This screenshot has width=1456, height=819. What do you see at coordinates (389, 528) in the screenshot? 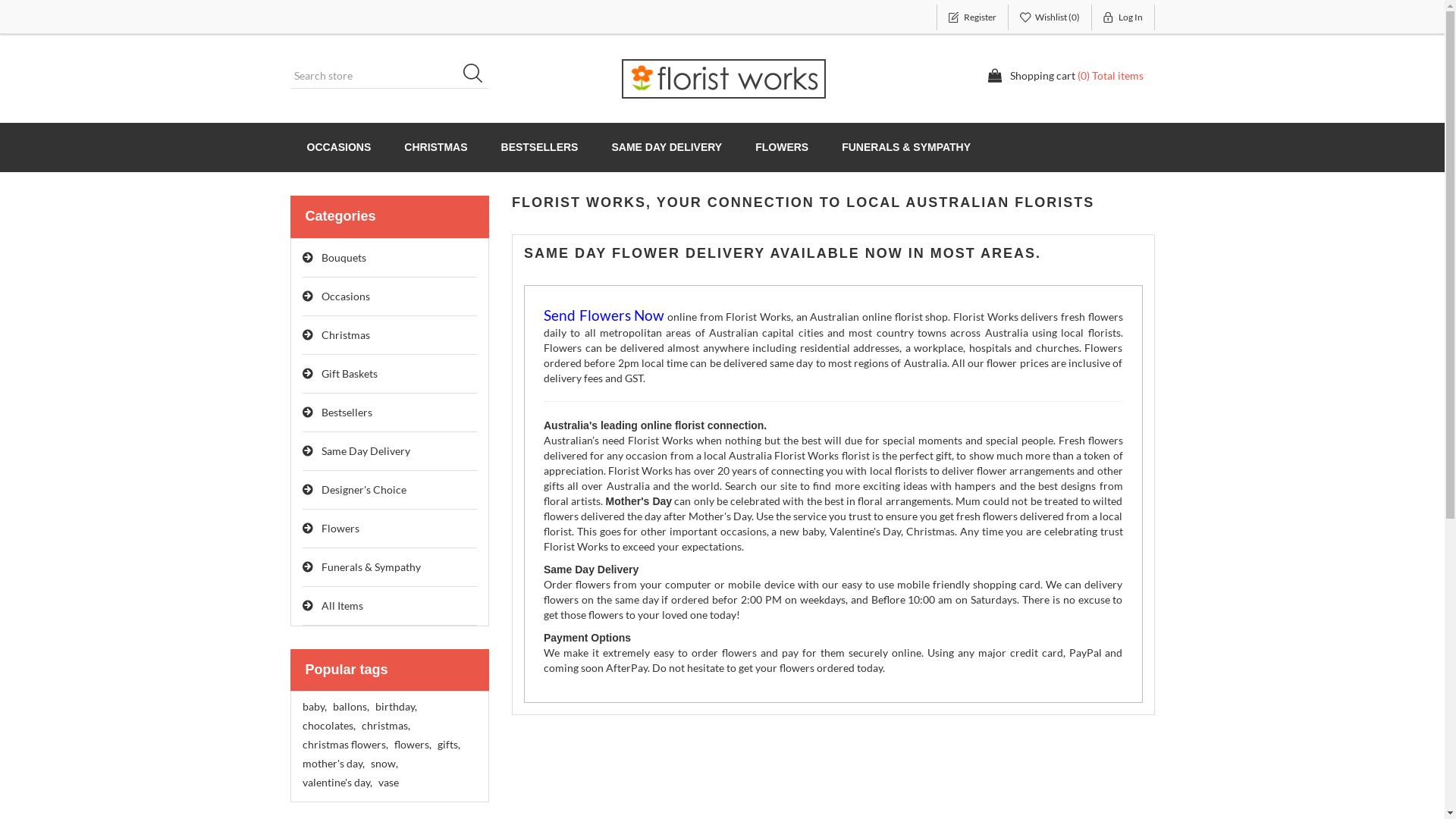
I see `'Flowers'` at bounding box center [389, 528].